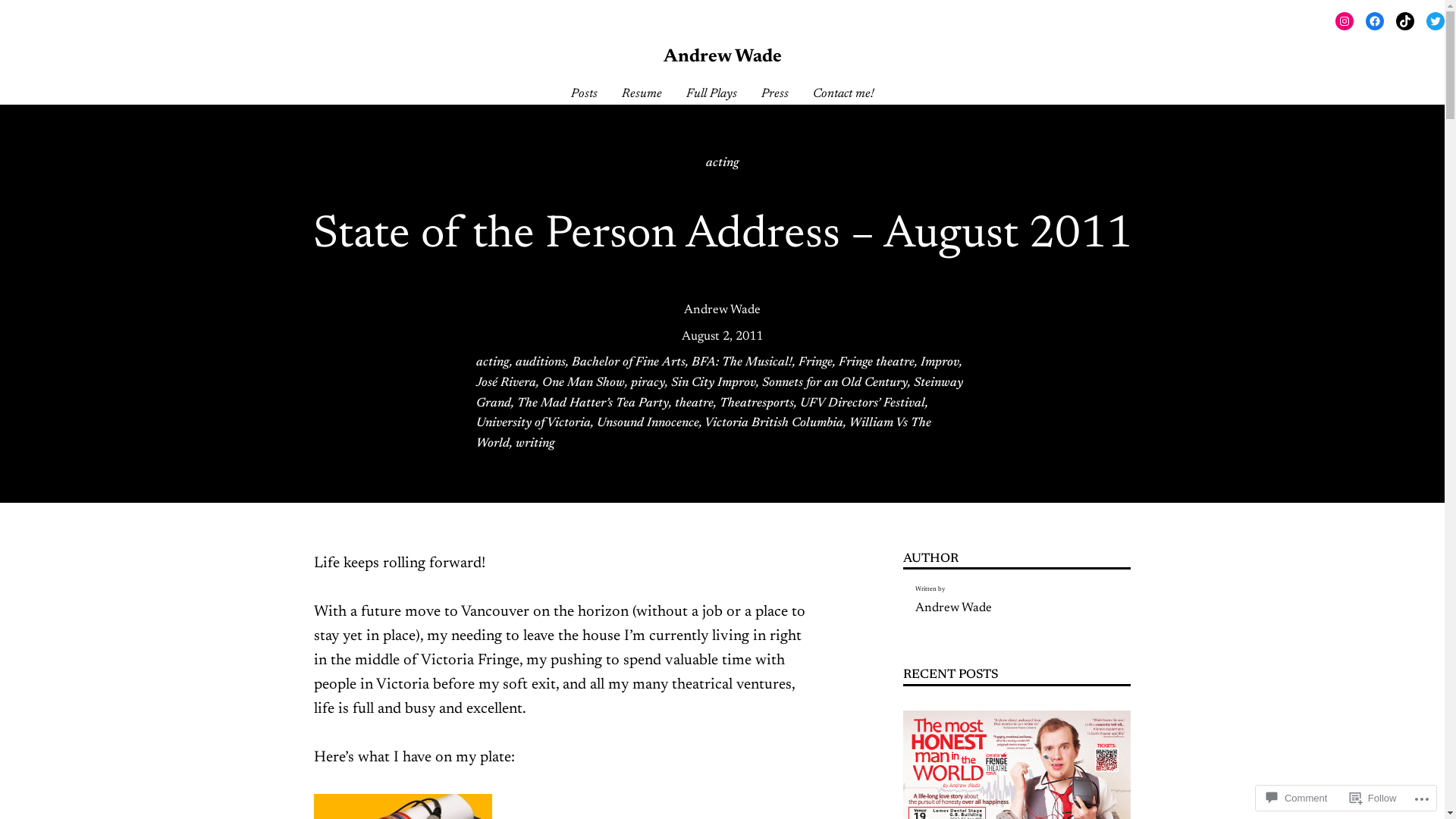 This screenshot has width=1456, height=819. I want to click on 'University of Victoria', so click(475, 423).